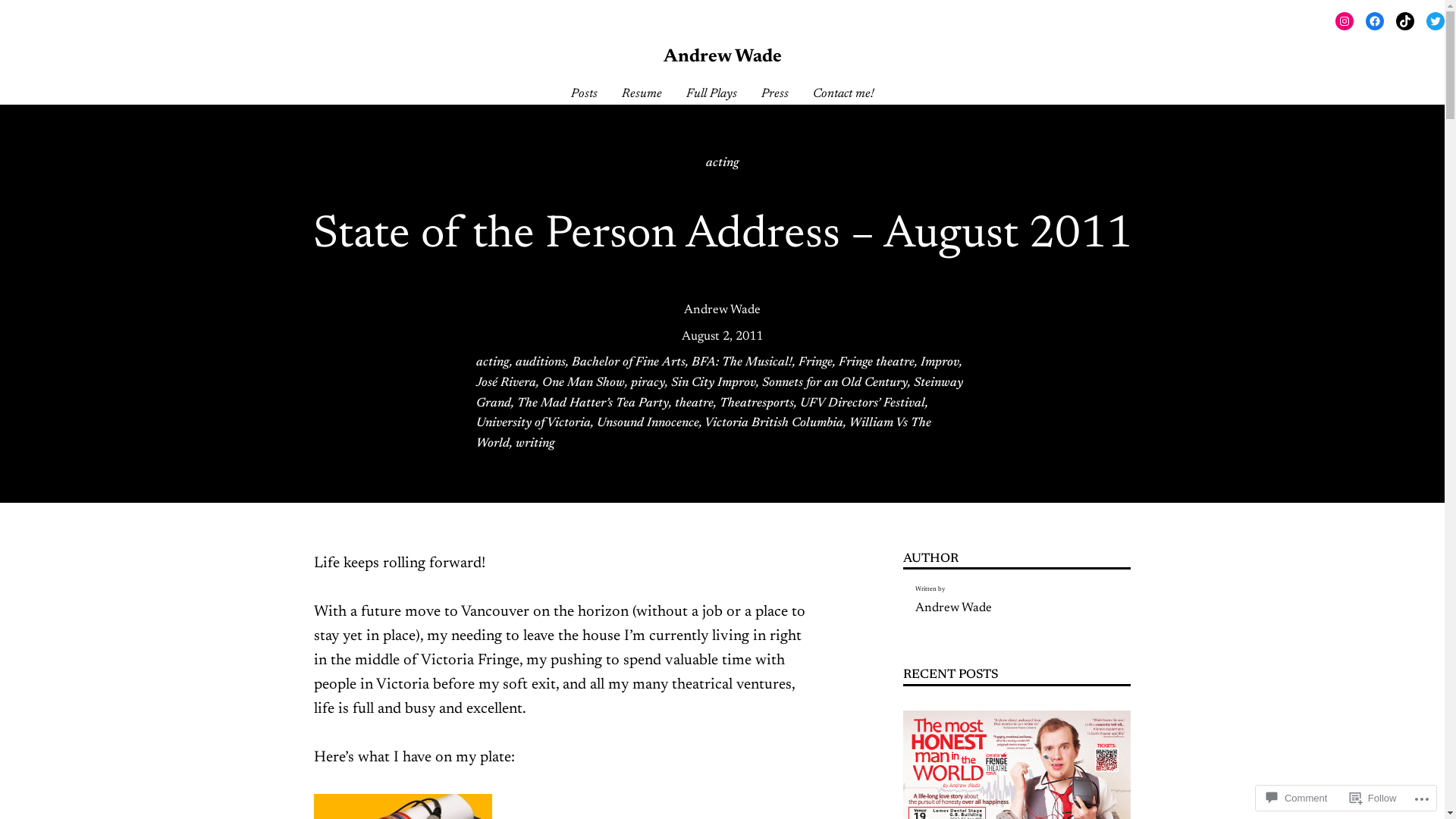 This screenshot has width=1456, height=819. I want to click on 'University of Victoria', so click(475, 423).